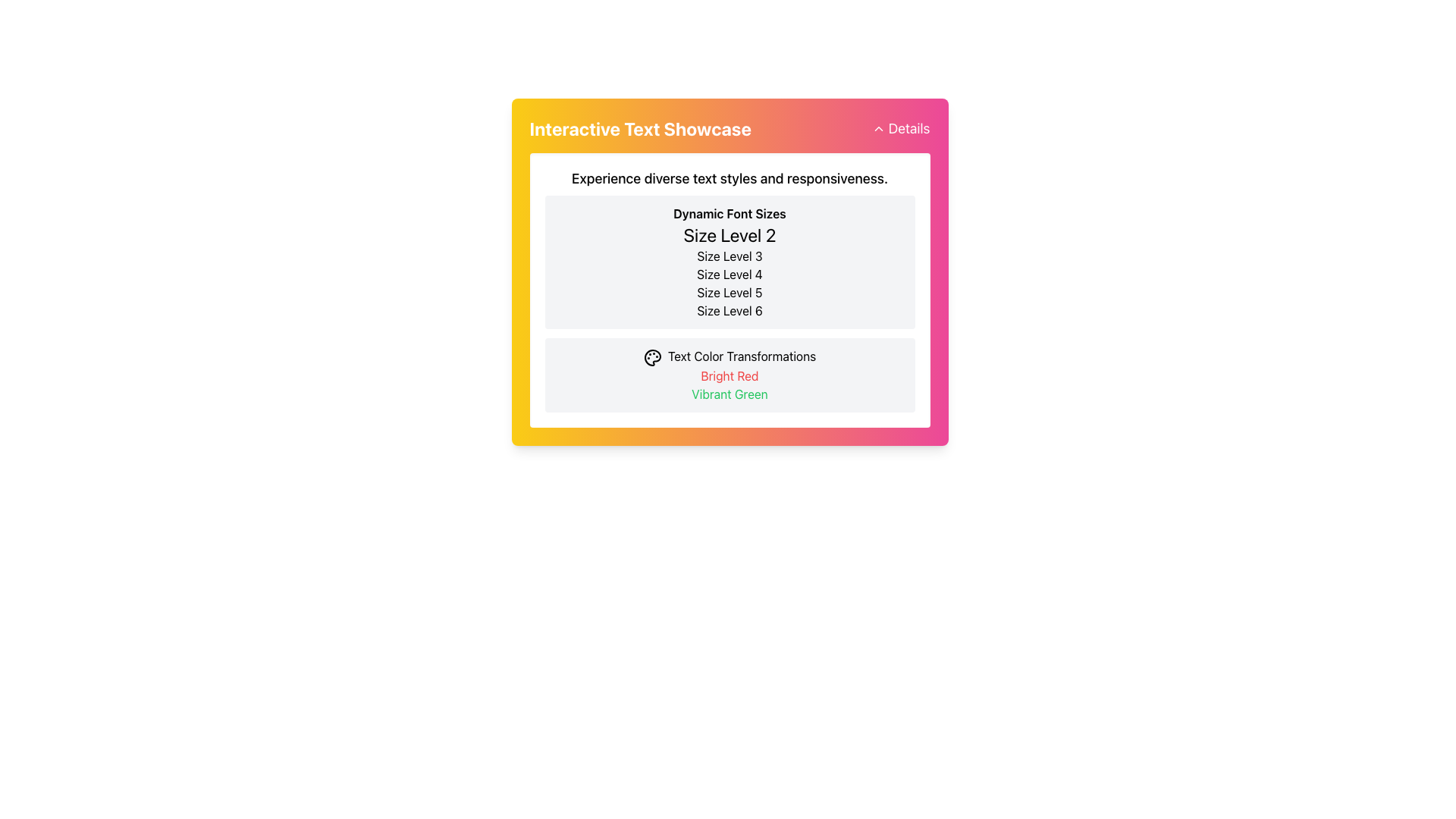 The height and width of the screenshot is (819, 1456). Describe the element at coordinates (730, 393) in the screenshot. I see `the text label 'Vibrant Green' which is styled with a green font color and located below 'Bright Red' in the section labeled 'Text Color Transformations.'` at that location.